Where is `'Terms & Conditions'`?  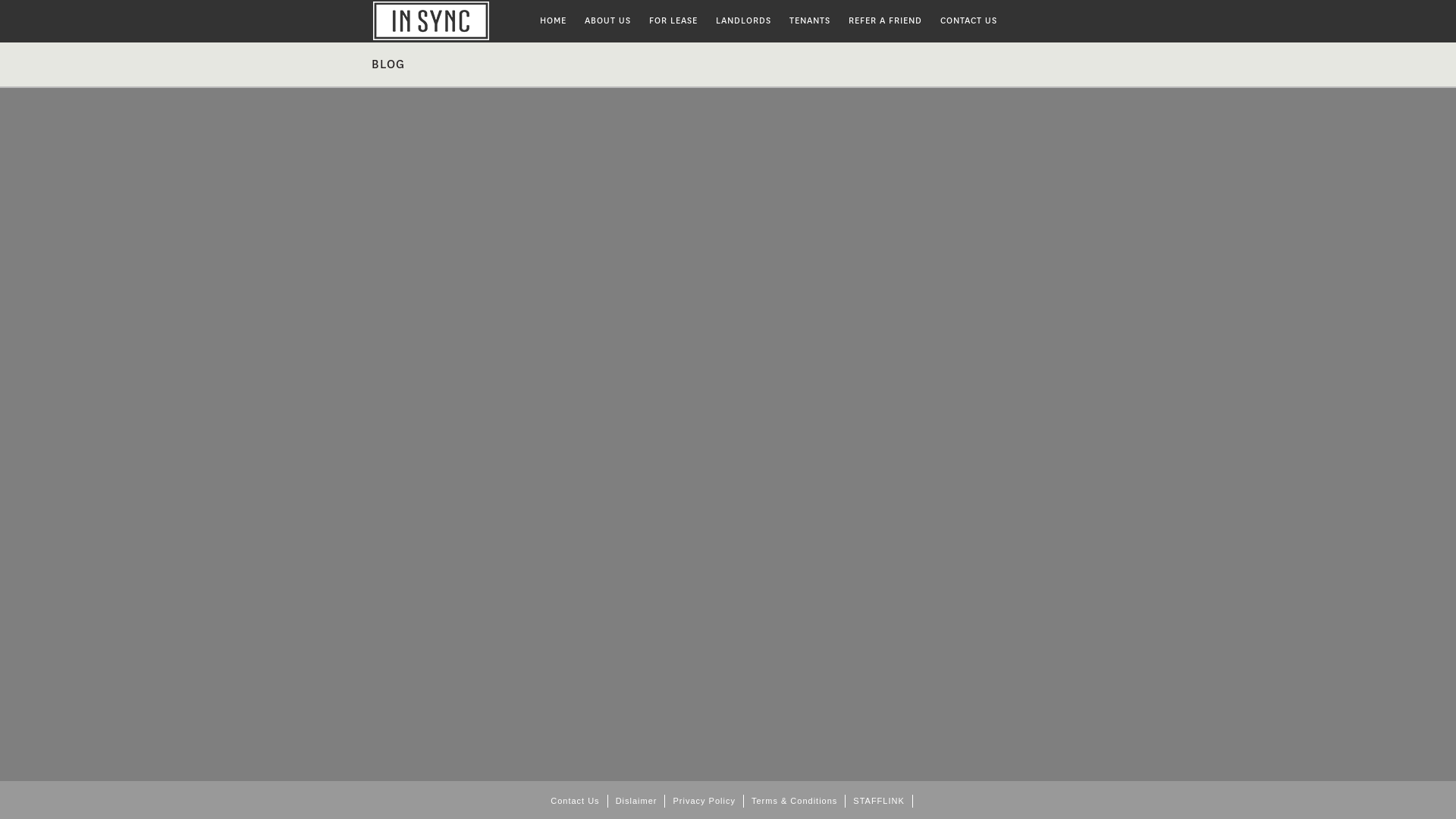
'Terms & Conditions' is located at coordinates (793, 800).